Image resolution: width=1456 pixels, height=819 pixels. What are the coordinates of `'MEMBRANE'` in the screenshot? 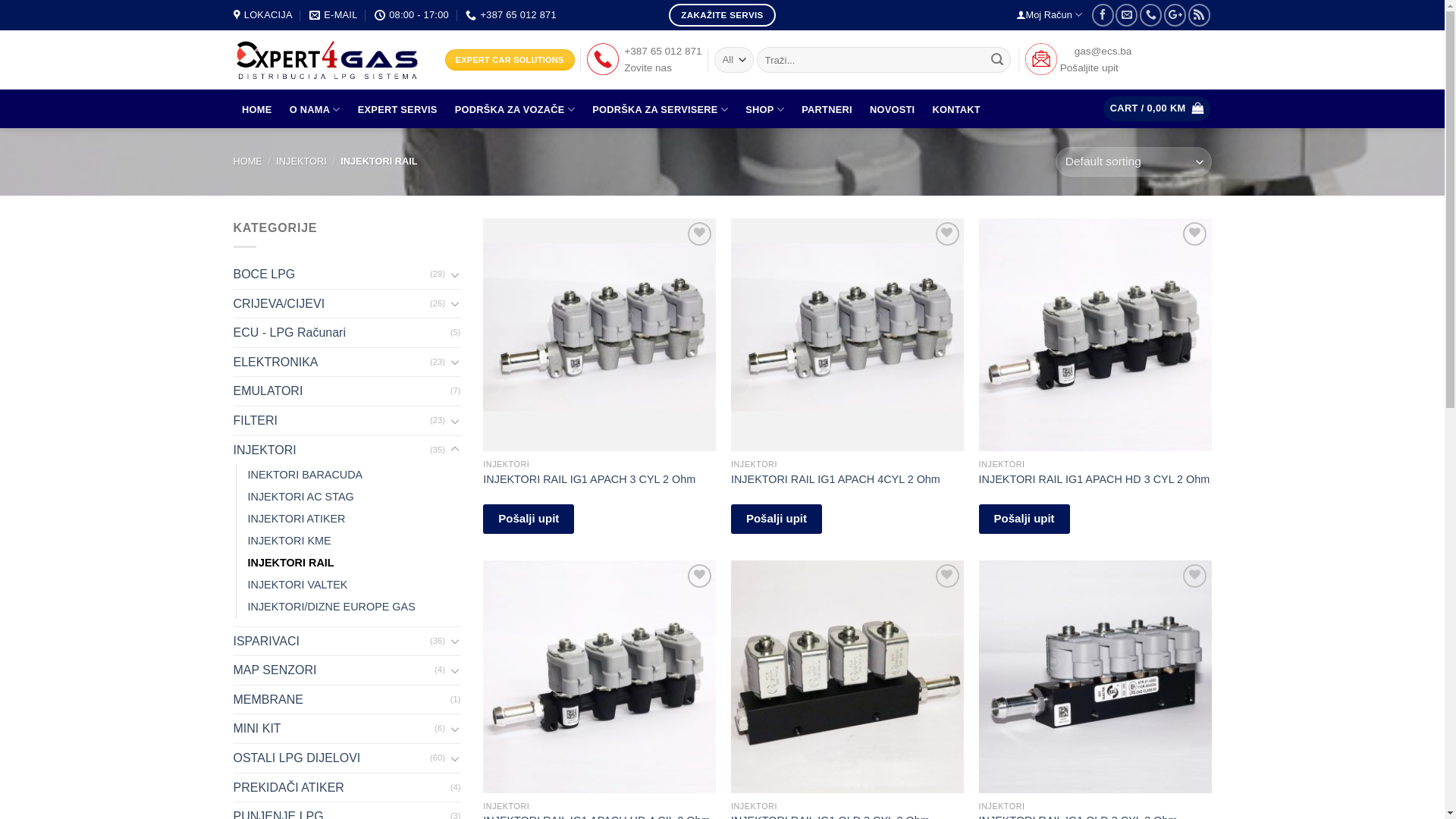 It's located at (232, 699).